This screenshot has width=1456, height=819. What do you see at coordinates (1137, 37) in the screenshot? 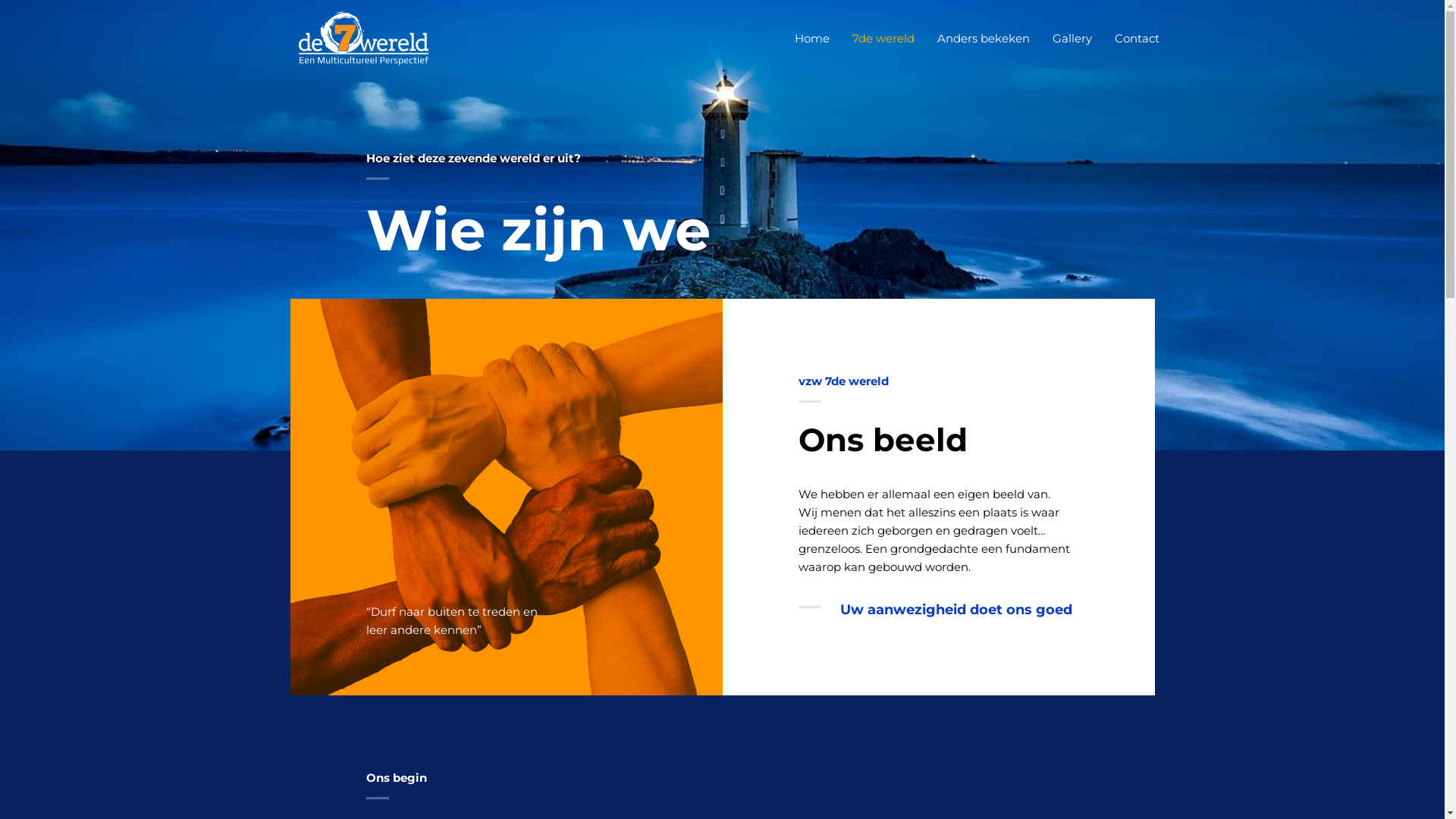
I see `'Contact'` at bounding box center [1137, 37].